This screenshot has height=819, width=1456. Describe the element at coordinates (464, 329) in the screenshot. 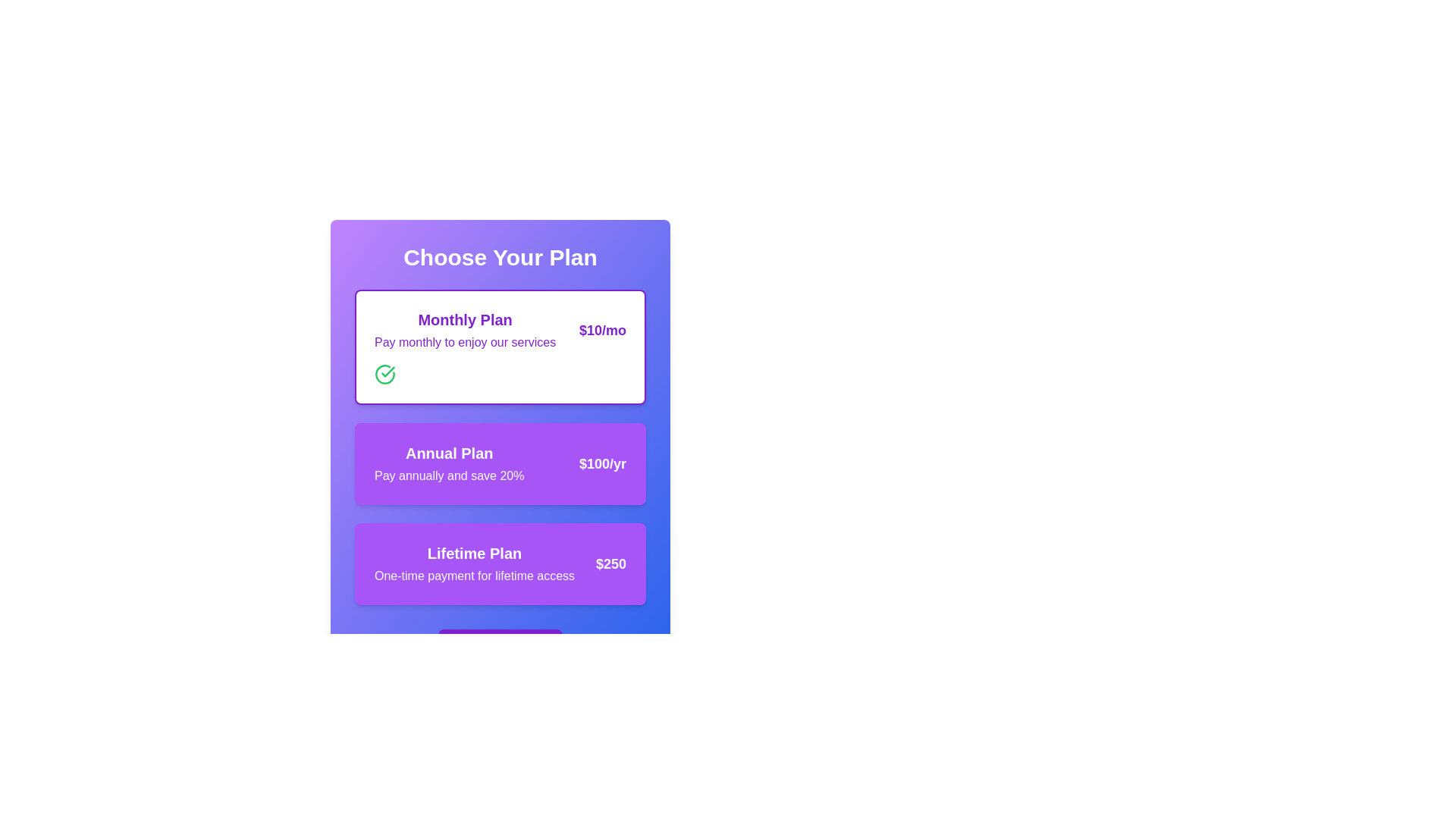

I see `the text block titled 'Monthly Plan' with the subtitle 'Pay monthly to enjoy our services.' located in the pricing plans panel` at that location.